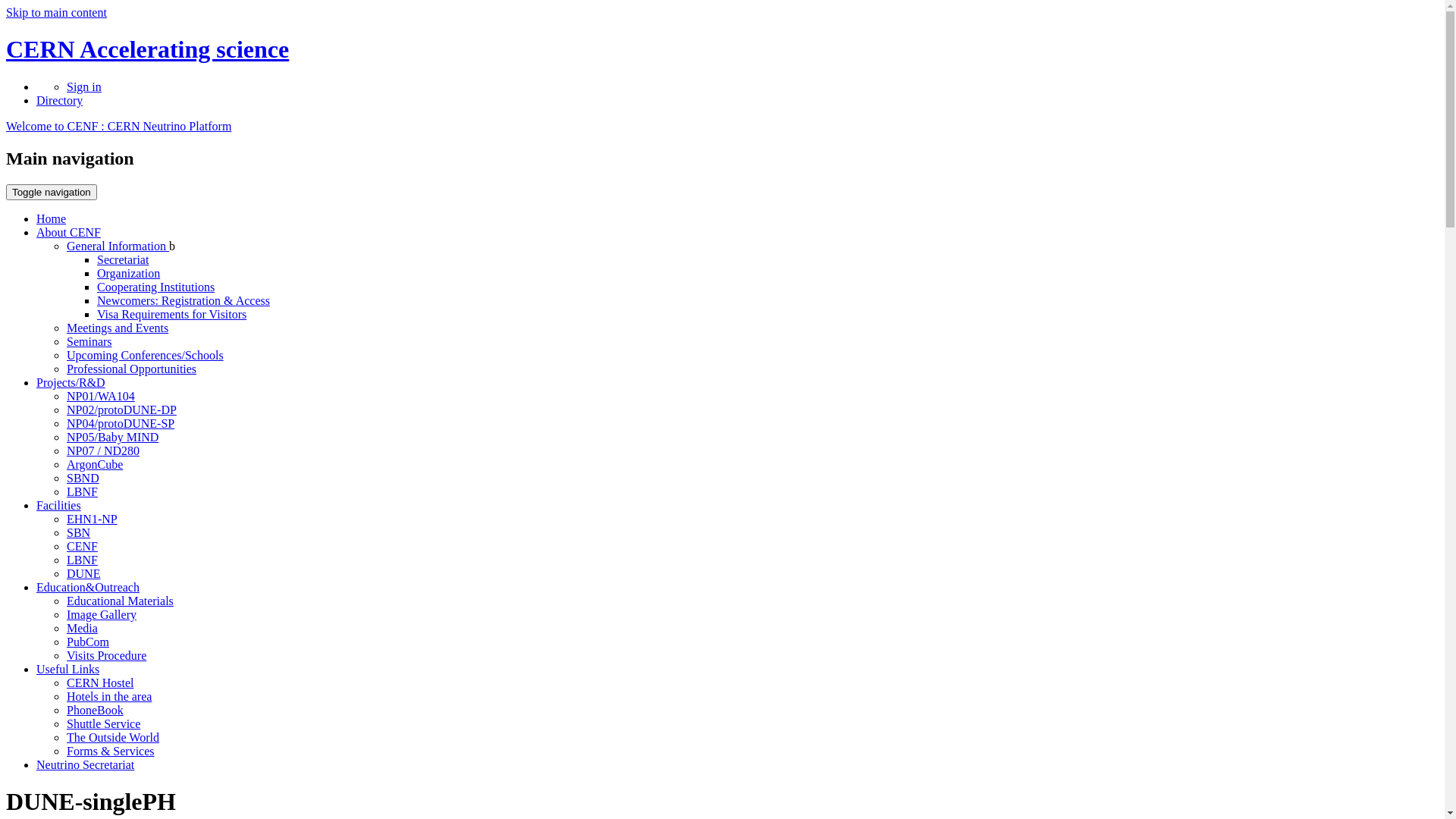  What do you see at coordinates (36, 586) in the screenshot?
I see `'Education&Outreach'` at bounding box center [36, 586].